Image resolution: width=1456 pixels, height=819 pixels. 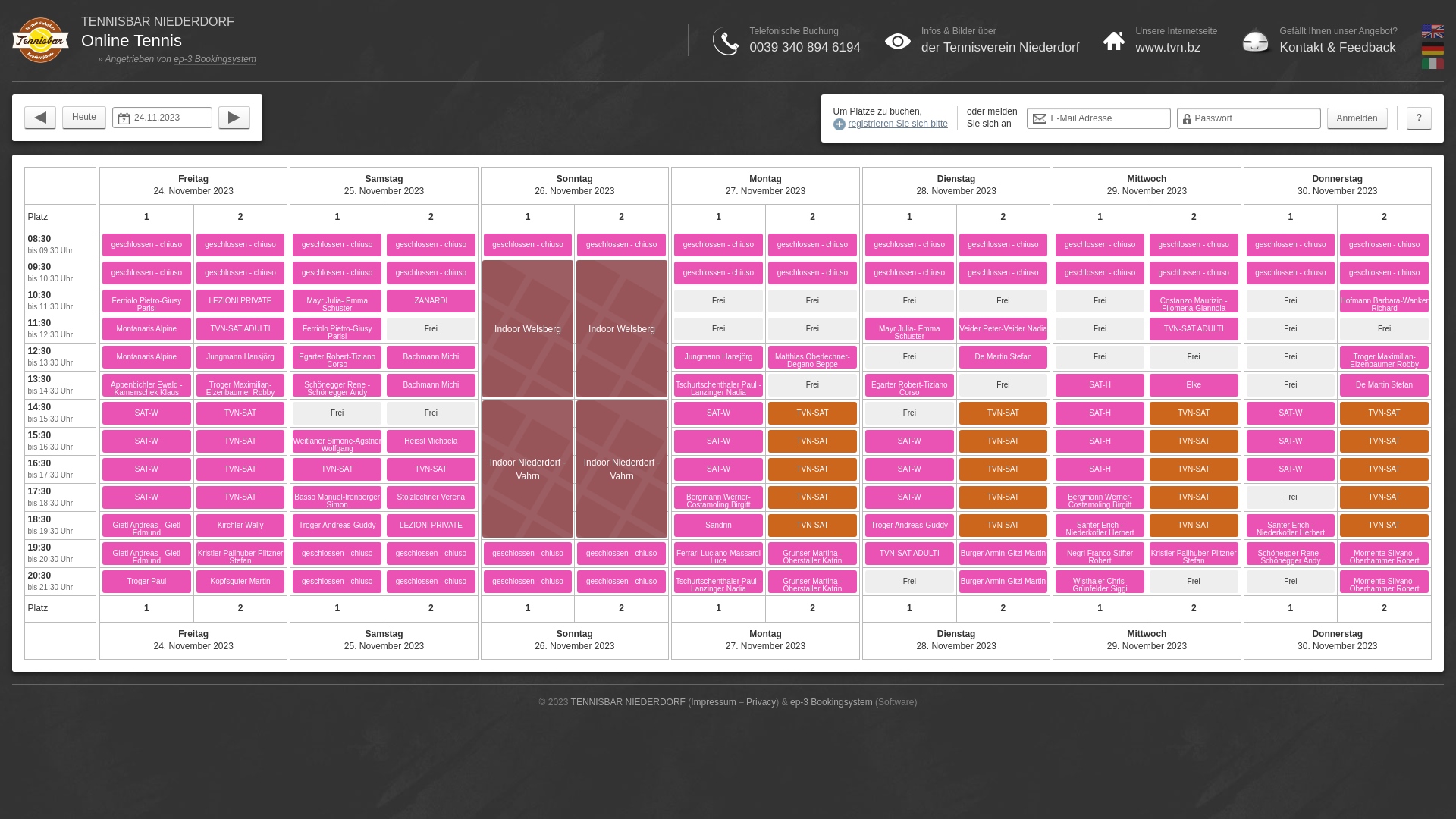 I want to click on 'Kristler Pallhuber-Plitzner Stefan', so click(x=240, y=553).